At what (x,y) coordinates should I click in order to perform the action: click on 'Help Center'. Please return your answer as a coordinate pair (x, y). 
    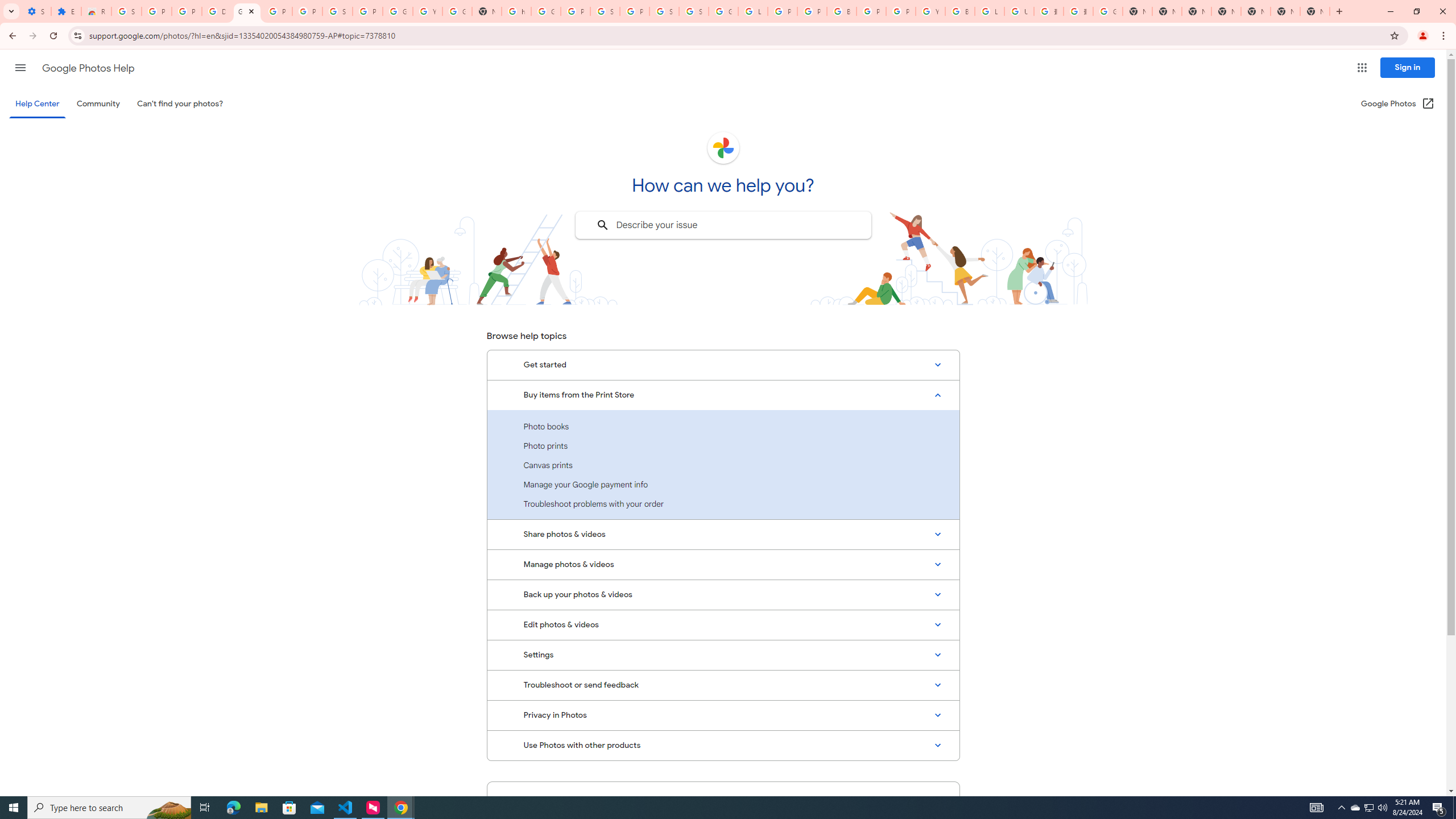
    Looking at the image, I should click on (37, 103).